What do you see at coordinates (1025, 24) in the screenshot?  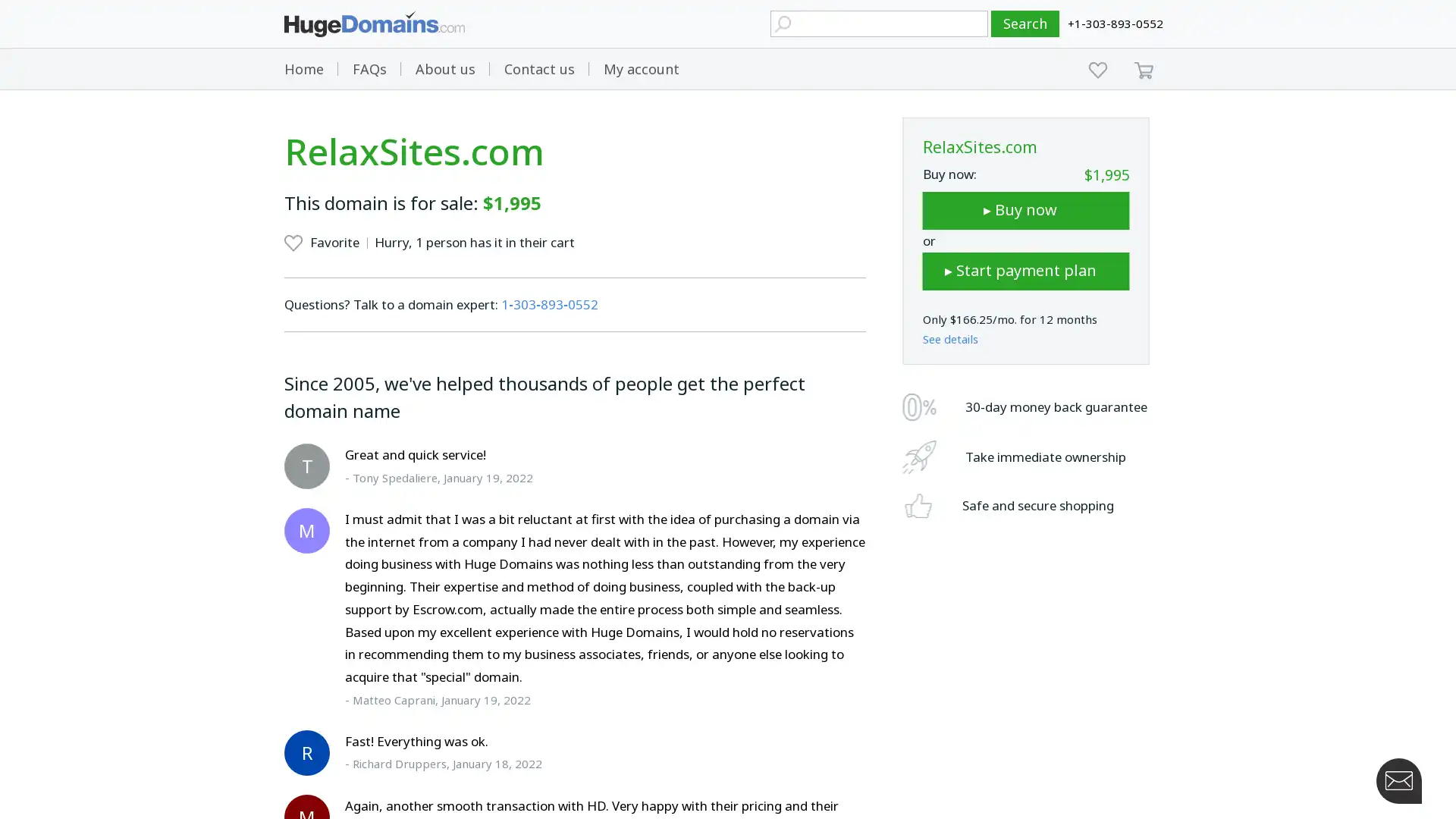 I see `Search` at bounding box center [1025, 24].